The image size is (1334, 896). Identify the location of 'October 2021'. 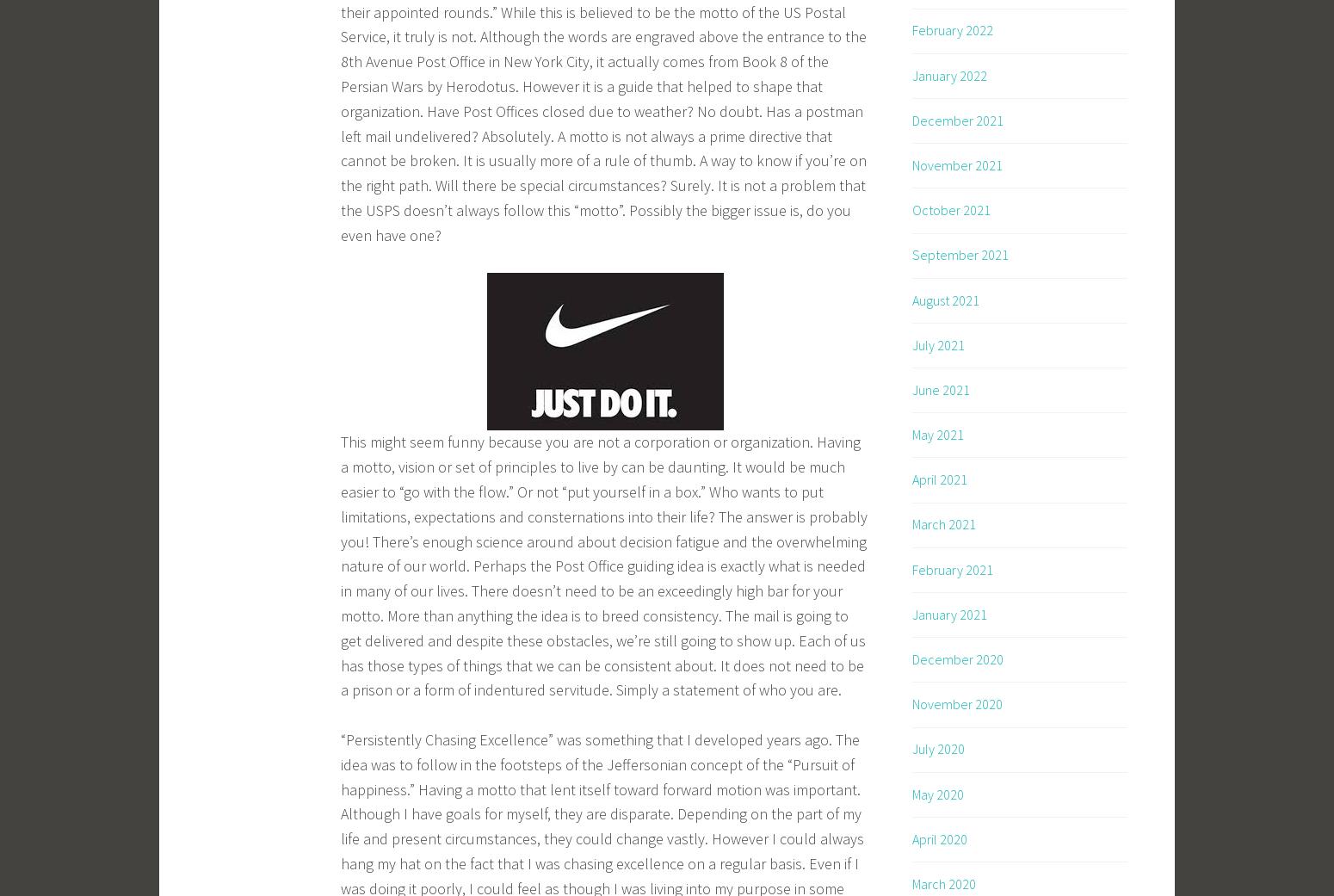
(950, 209).